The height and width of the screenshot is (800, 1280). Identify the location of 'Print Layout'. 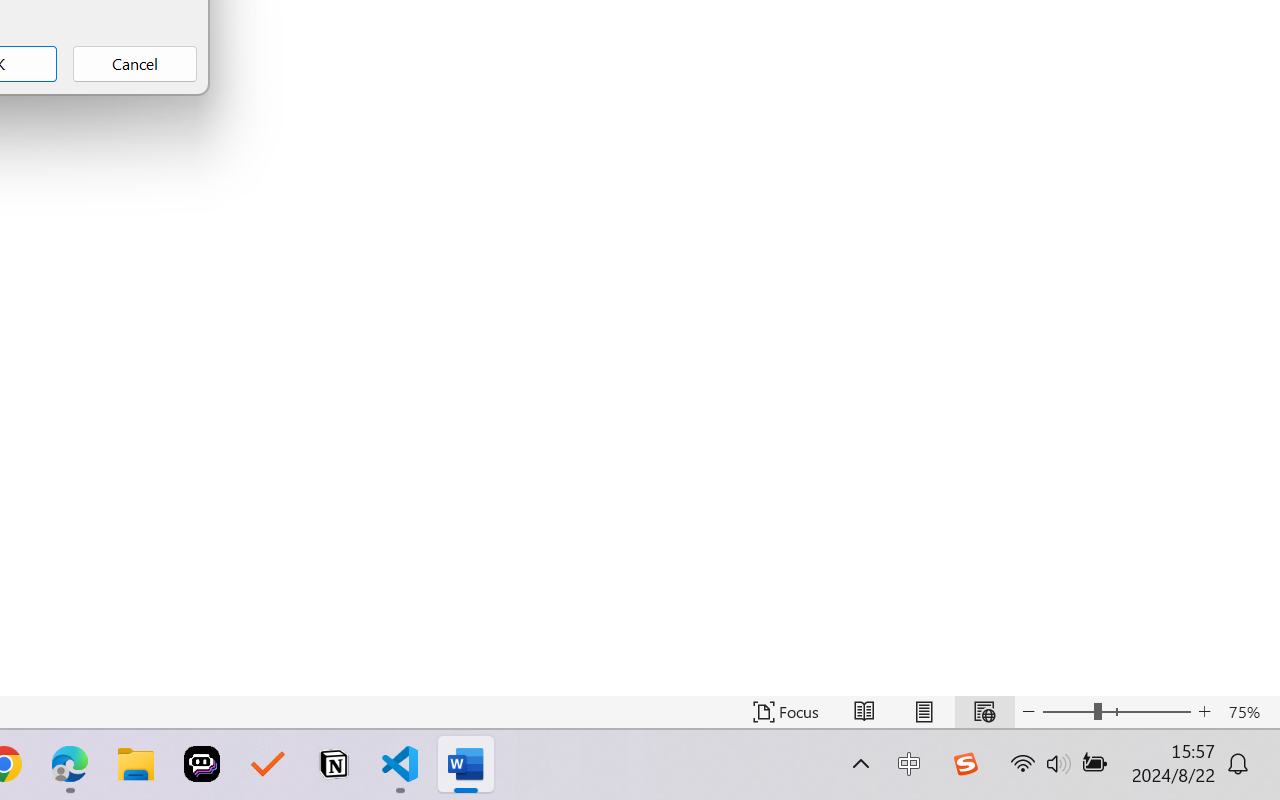
(923, 711).